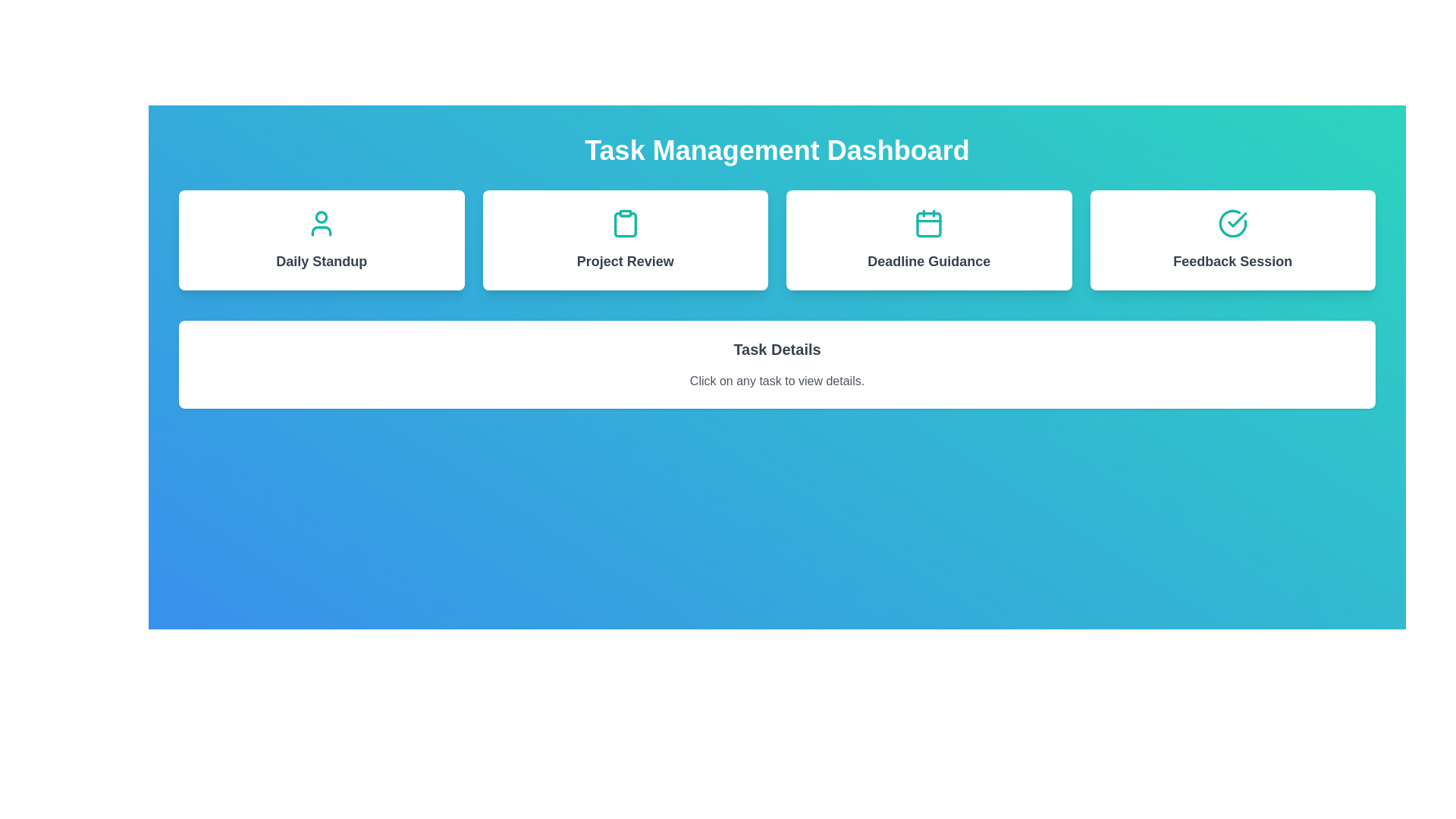 The width and height of the screenshot is (1456, 819). Describe the element at coordinates (625, 260) in the screenshot. I see `text content of the 'Project Review' heading, which is styled in bold gray font and located within a card below a clipboard icon` at that location.